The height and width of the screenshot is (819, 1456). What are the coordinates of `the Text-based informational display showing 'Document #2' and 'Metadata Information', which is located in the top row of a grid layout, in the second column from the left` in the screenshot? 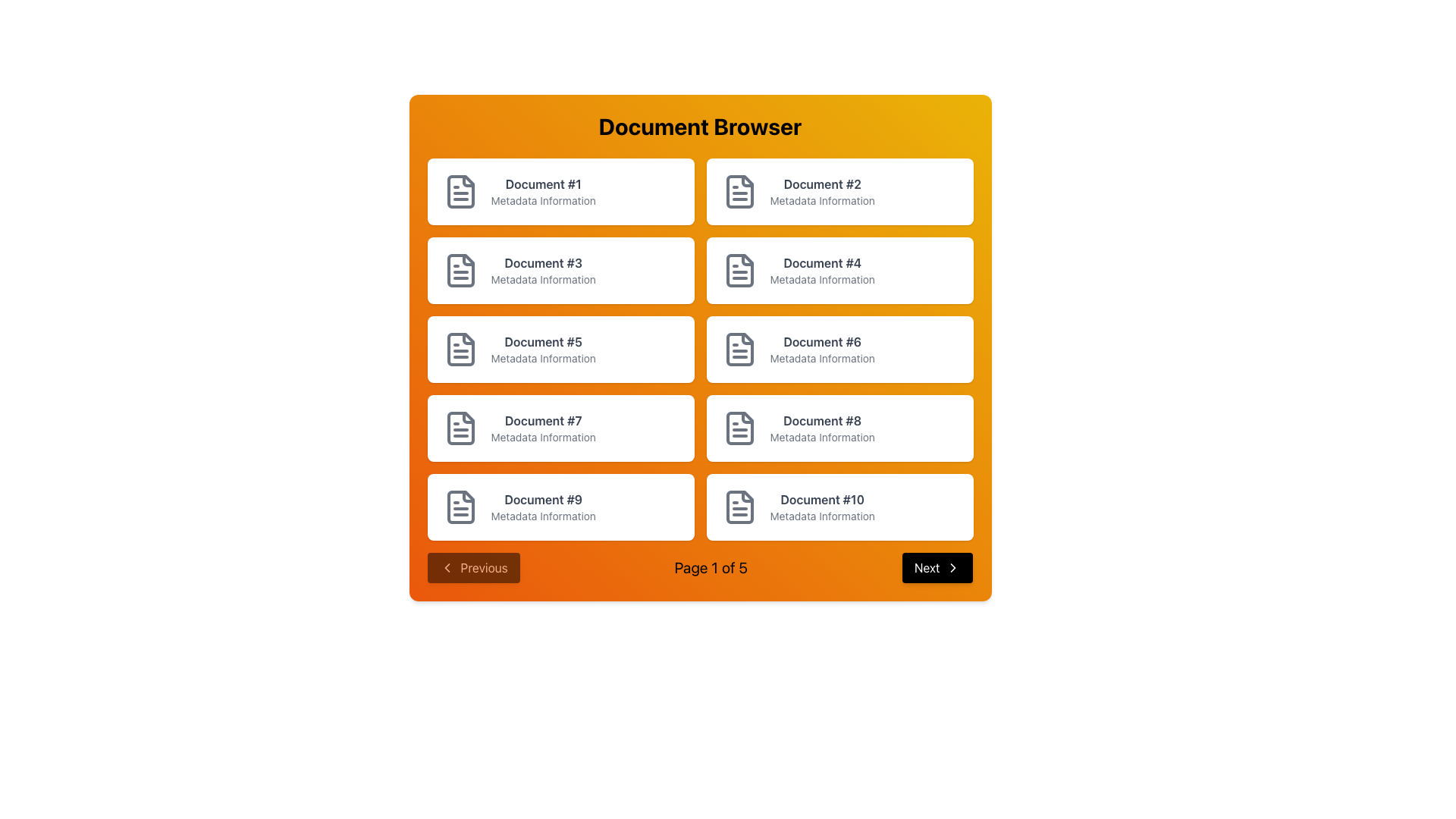 It's located at (821, 191).